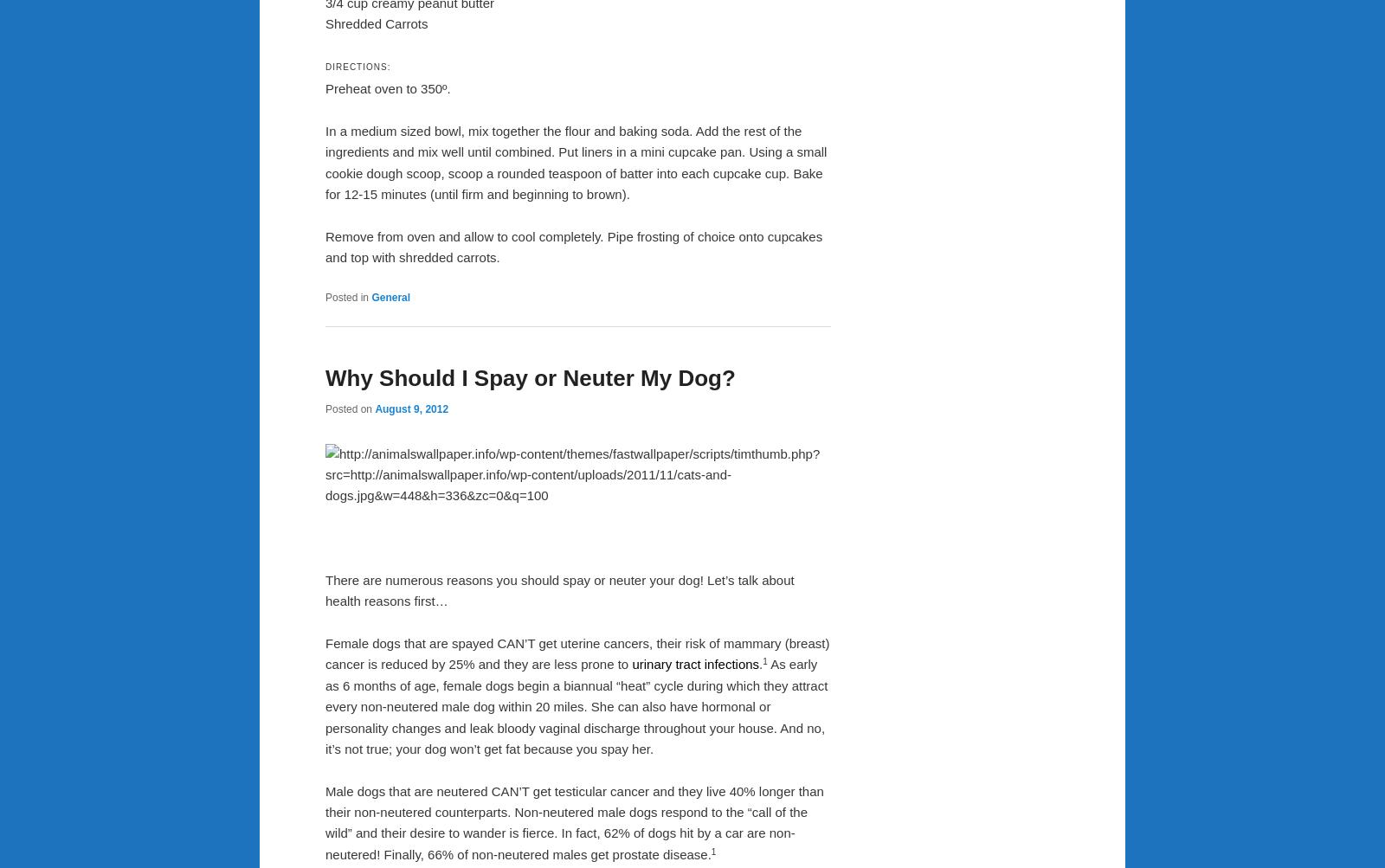 The height and width of the screenshot is (868, 1385). What do you see at coordinates (577, 706) in the screenshot?
I see `'As early as 6 months of age, female dogs begin a biannual “heat” cycle during which they attract every non-neutered male dog within 20 miles. She can also have hormonal or personality changes and leak bloody vaginal discharge throughout your house. And no, it’s not true; your dog won’t get fat because you spay her.'` at bounding box center [577, 706].